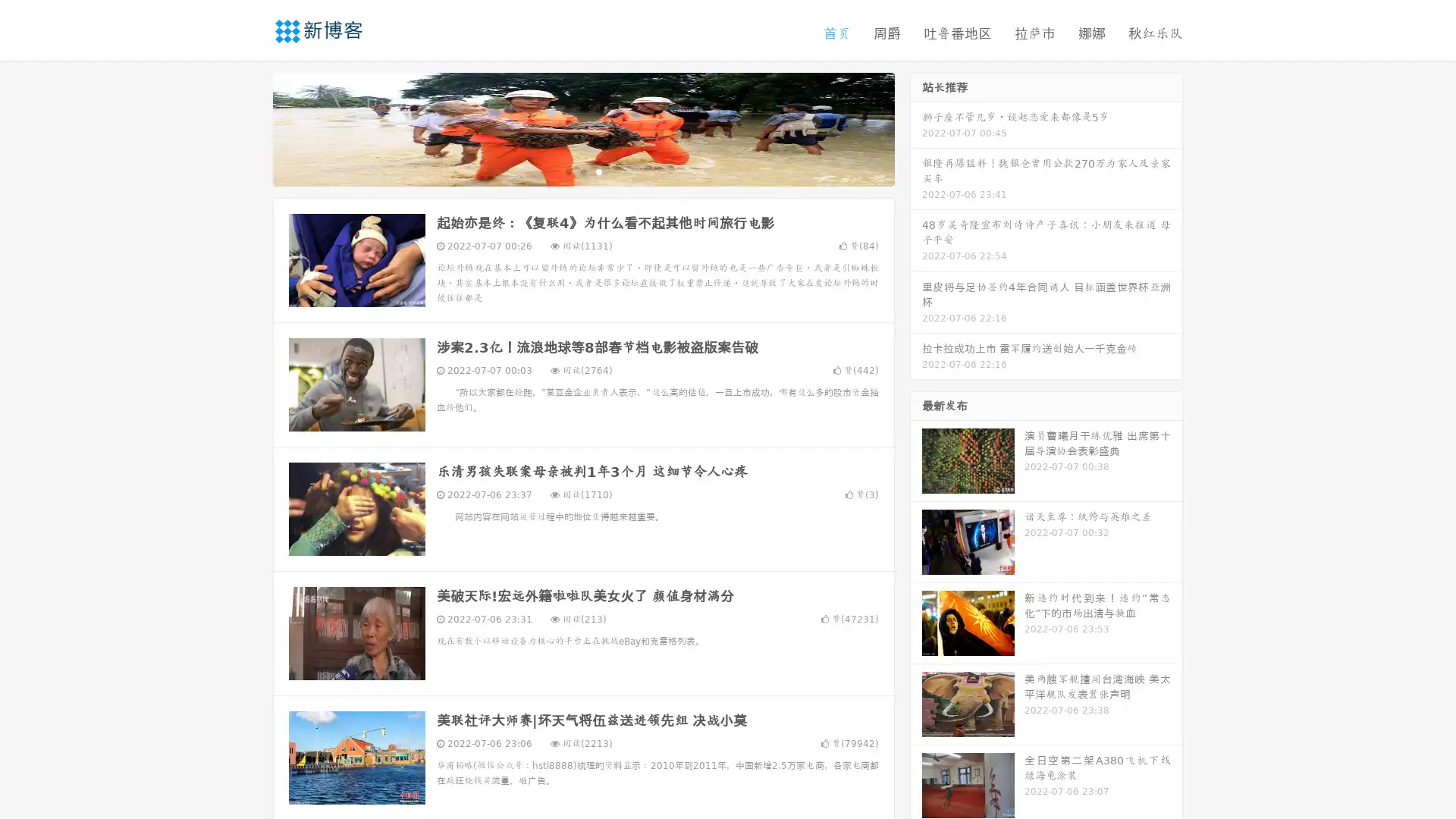 This screenshot has width=1456, height=819. I want to click on Go to slide 1, so click(567, 171).